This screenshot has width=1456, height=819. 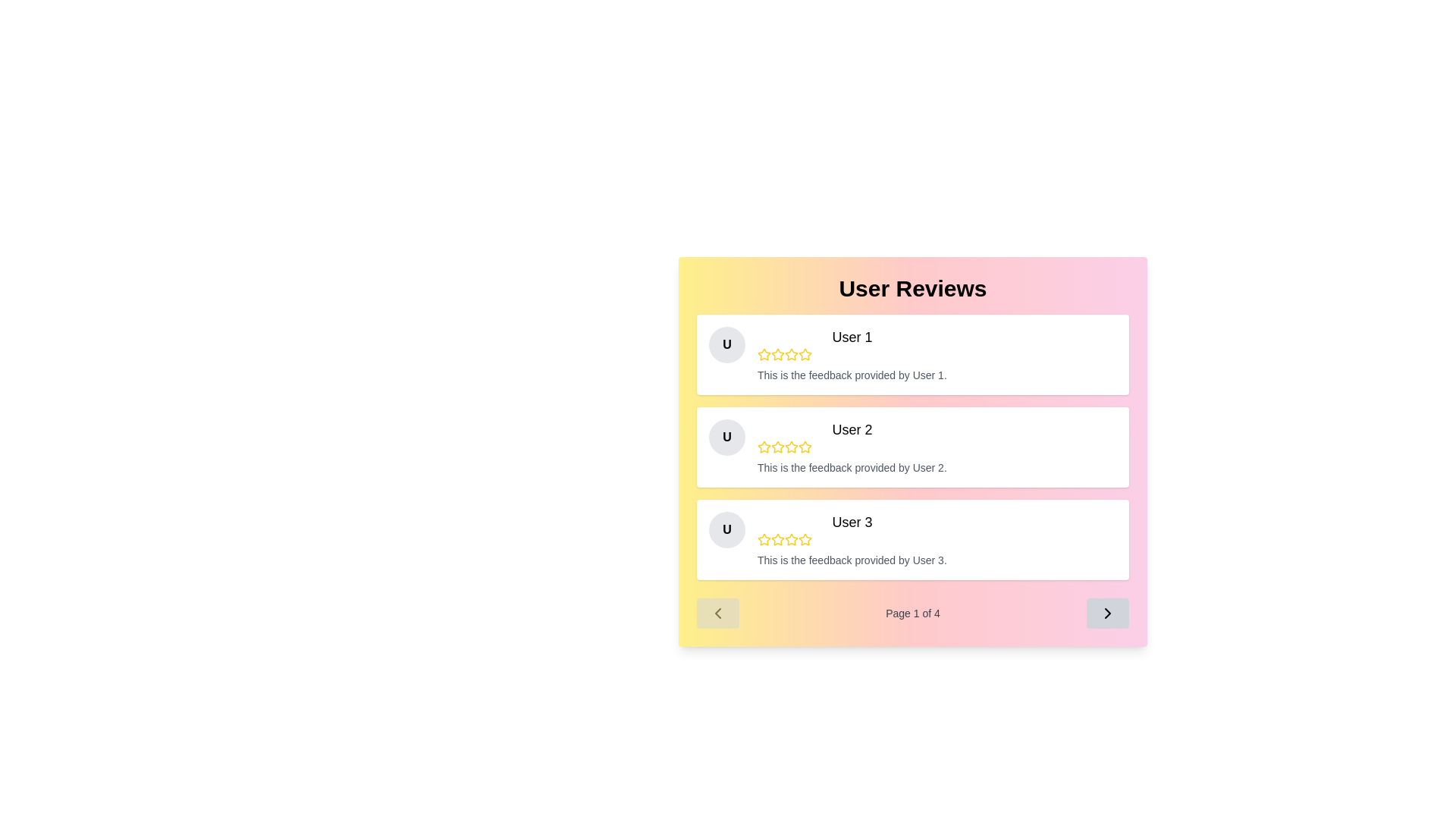 What do you see at coordinates (912, 613) in the screenshot?
I see `text from the Pagination page indicator located at the bottom of the user feedback section, which displays the current page number in the format 'Page X of Y'` at bounding box center [912, 613].